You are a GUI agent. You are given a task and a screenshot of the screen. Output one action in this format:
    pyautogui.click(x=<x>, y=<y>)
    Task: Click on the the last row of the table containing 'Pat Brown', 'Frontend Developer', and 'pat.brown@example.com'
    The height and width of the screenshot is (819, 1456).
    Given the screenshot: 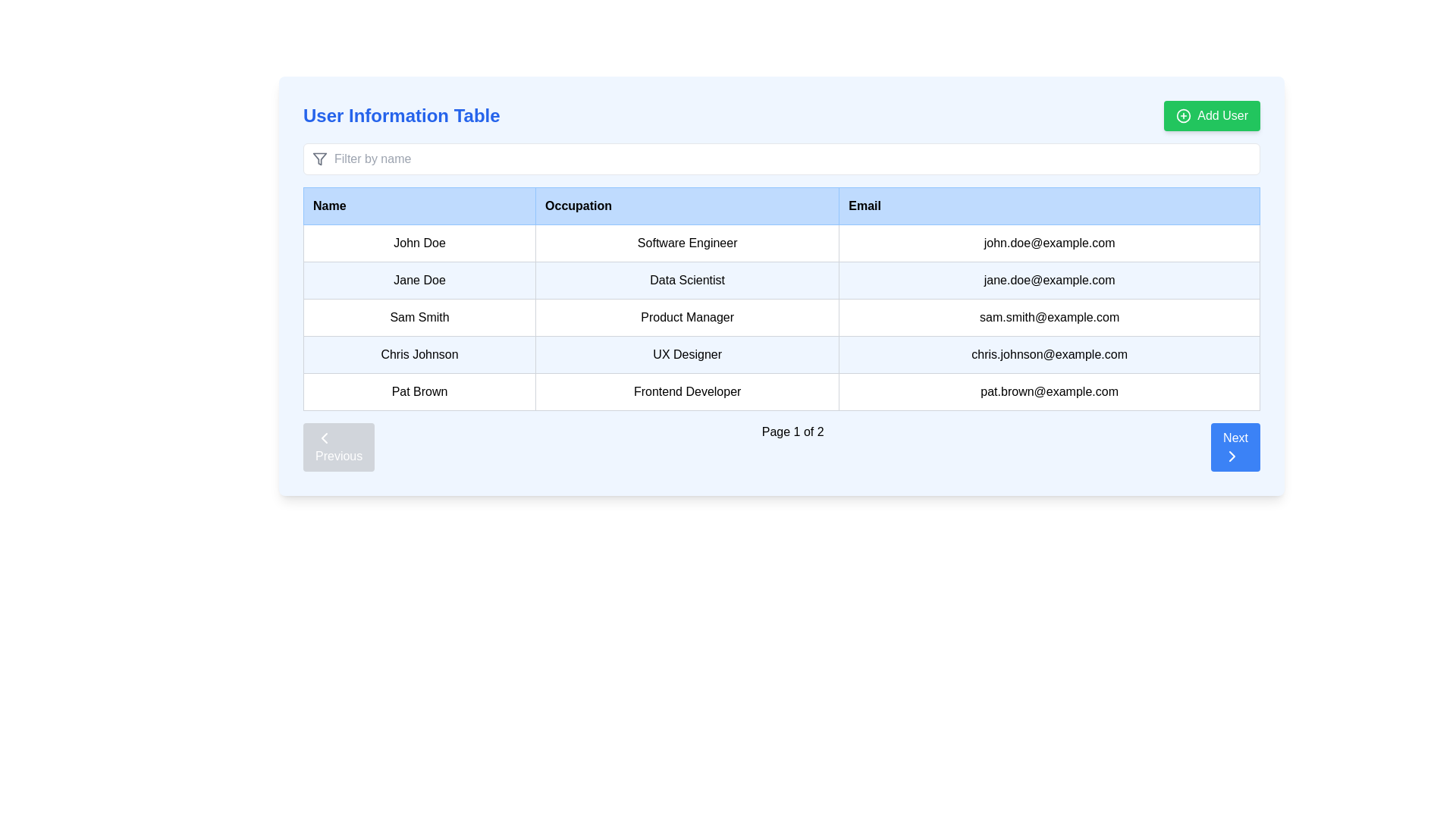 What is the action you would take?
    pyautogui.click(x=782, y=391)
    